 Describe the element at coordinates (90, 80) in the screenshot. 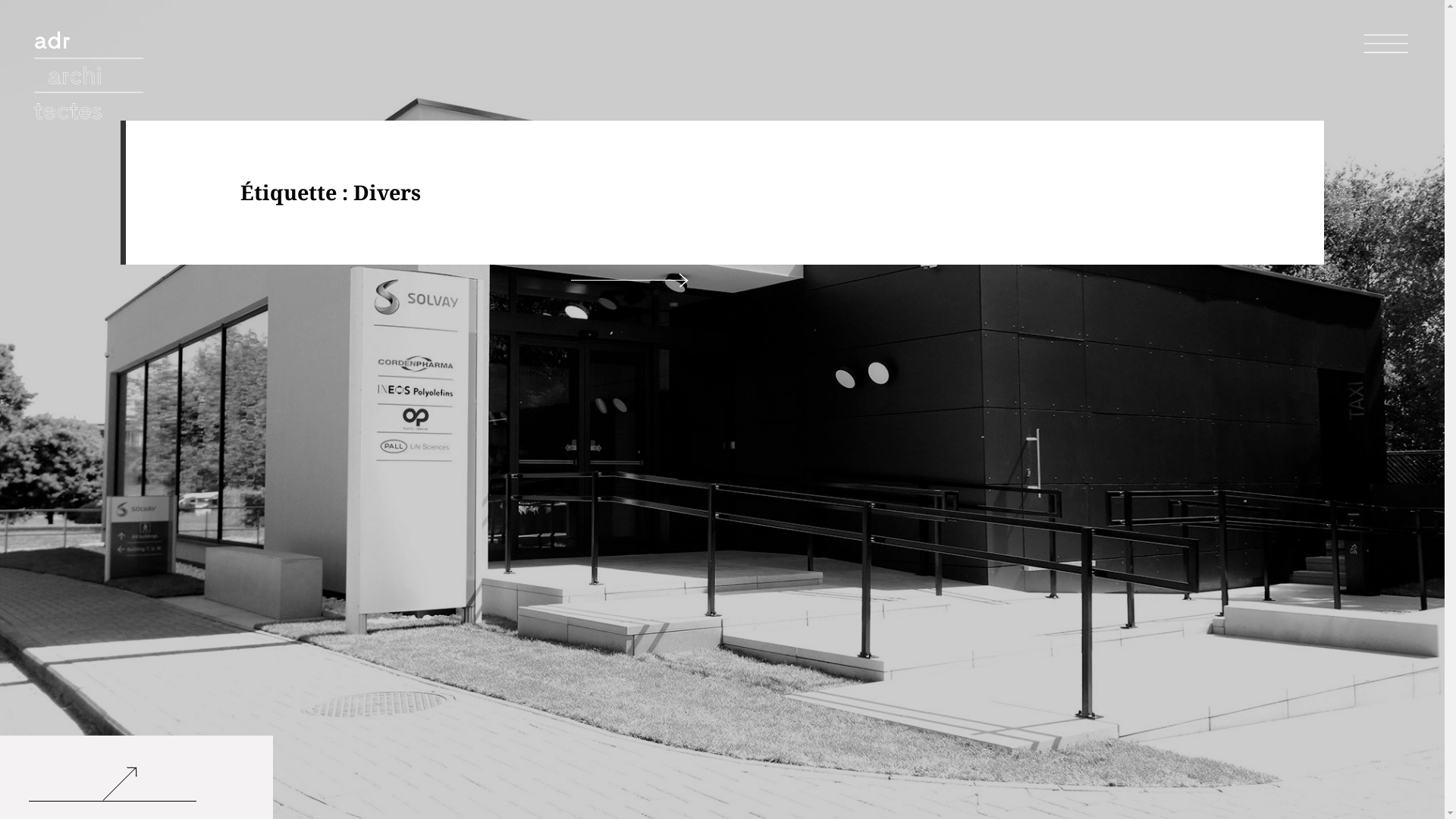

I see `'adr architectes'` at that location.